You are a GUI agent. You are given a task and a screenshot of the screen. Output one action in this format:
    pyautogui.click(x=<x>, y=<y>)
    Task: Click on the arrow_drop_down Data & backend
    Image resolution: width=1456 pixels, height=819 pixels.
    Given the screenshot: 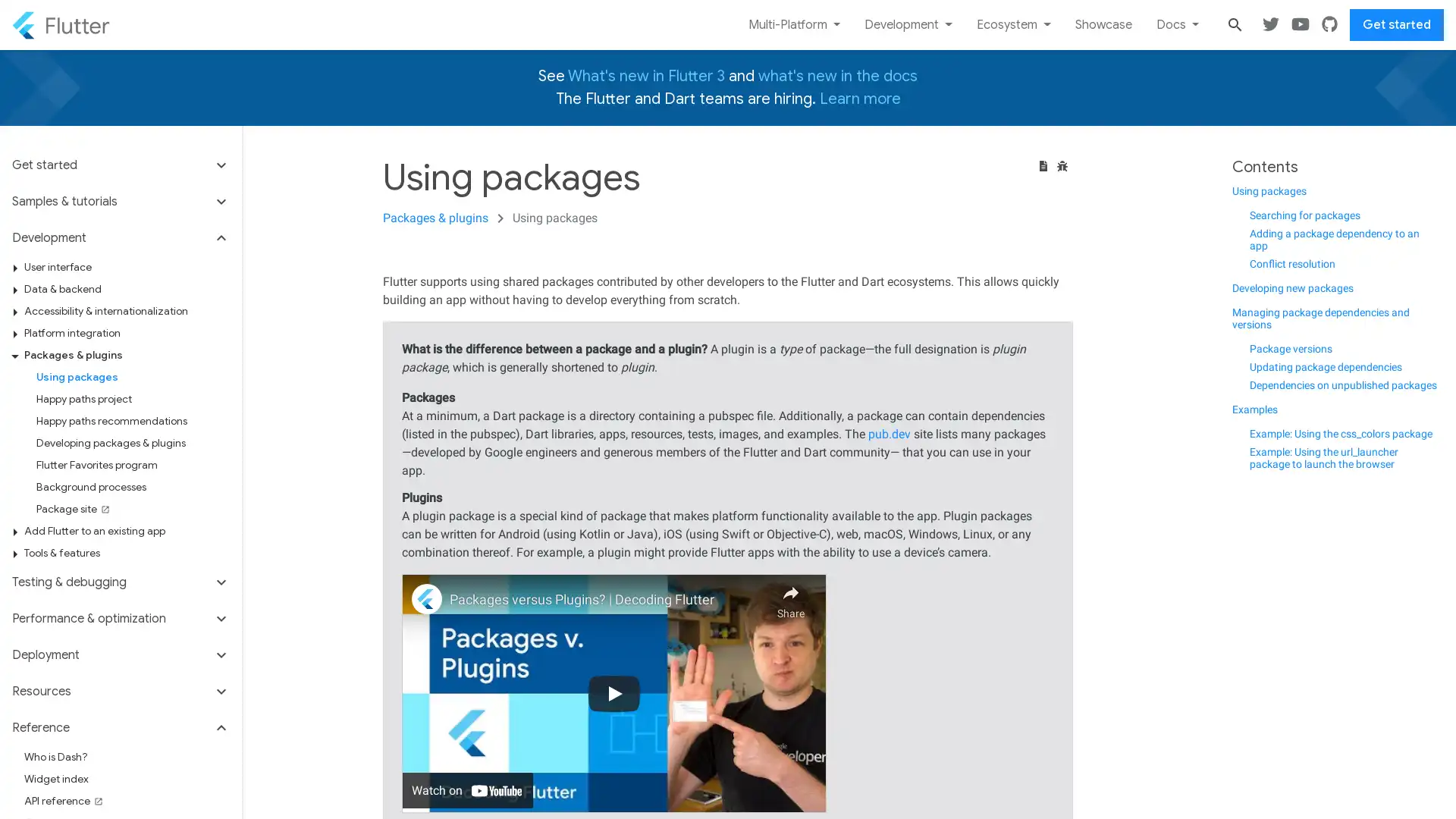 What is the action you would take?
    pyautogui.click(x=127, y=289)
    